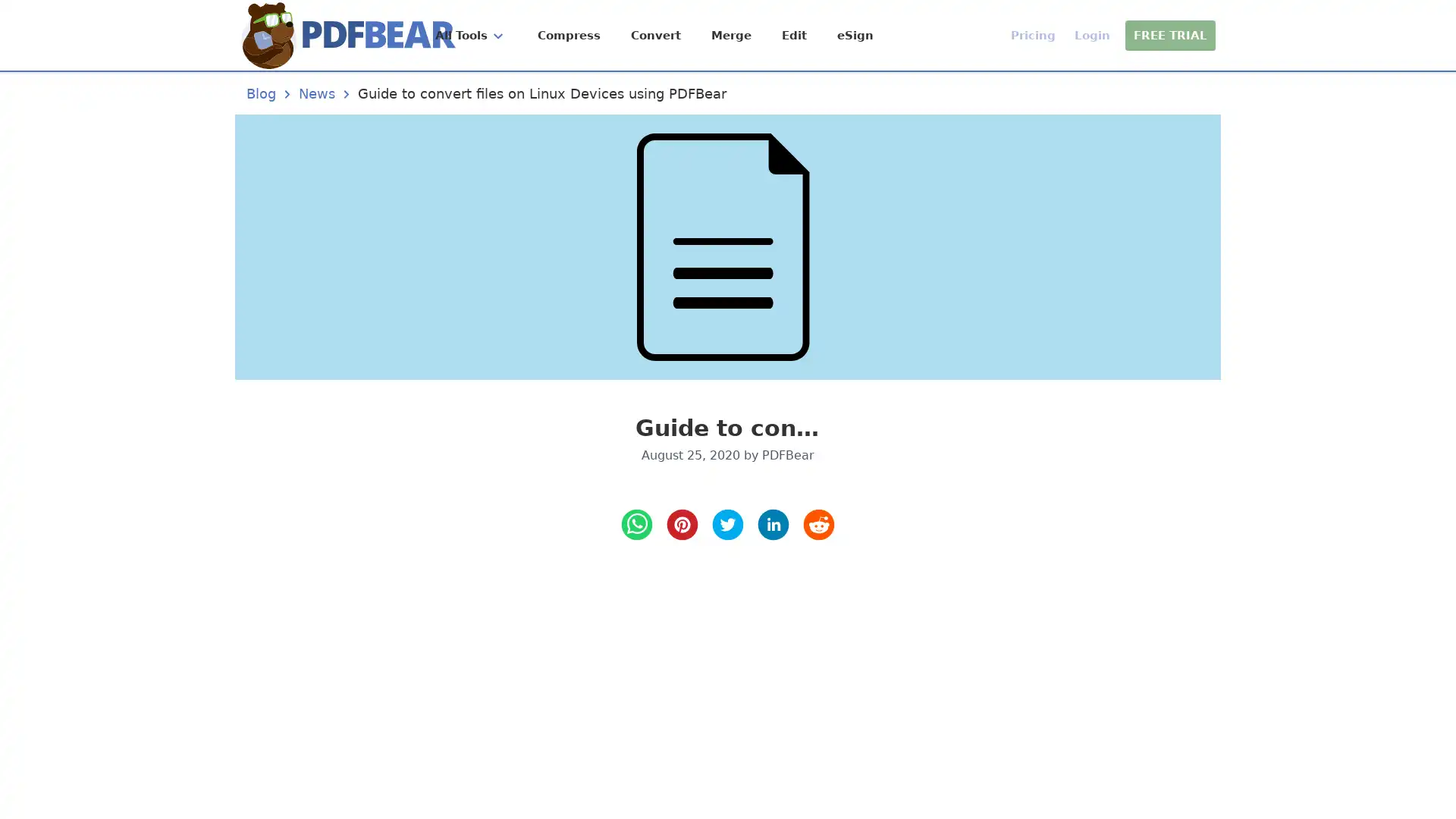 This screenshot has width=1456, height=819. What do you see at coordinates (567, 34) in the screenshot?
I see `Compress` at bounding box center [567, 34].